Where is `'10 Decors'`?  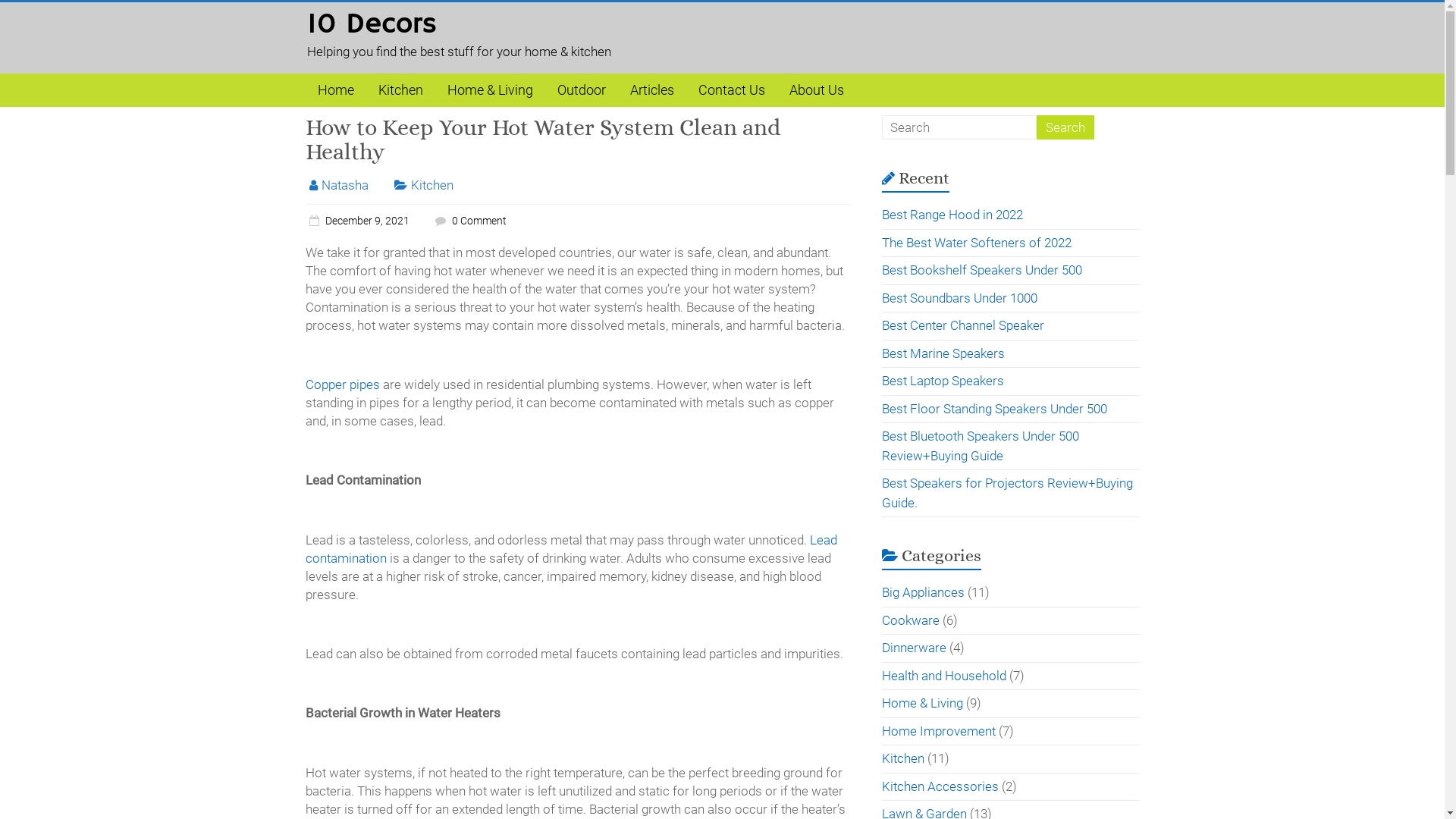
'10 Decors' is located at coordinates (371, 24).